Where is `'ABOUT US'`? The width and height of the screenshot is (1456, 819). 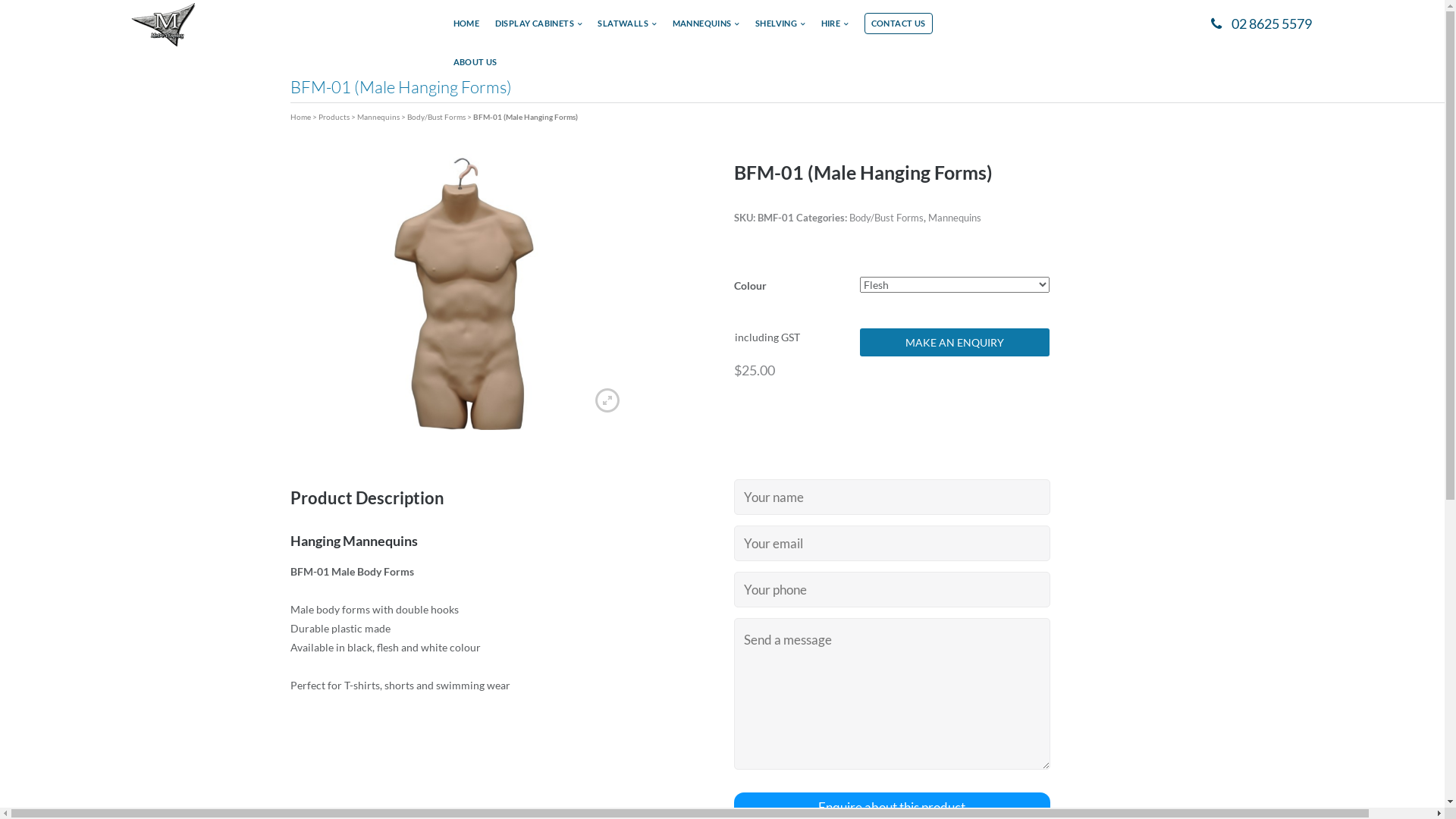 'ABOUT US' is located at coordinates (475, 66).